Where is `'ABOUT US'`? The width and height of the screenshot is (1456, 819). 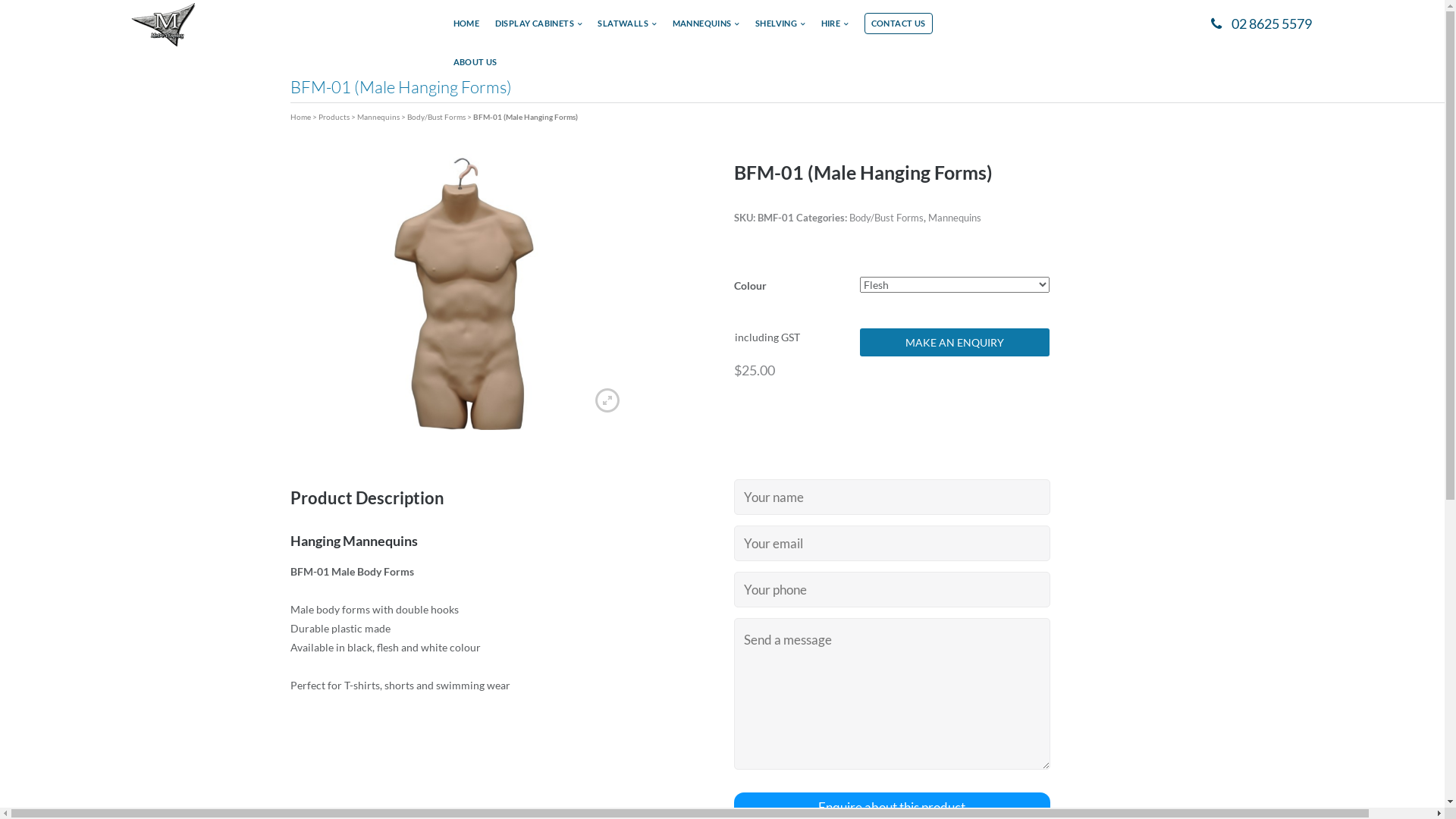 'ABOUT US' is located at coordinates (475, 66).